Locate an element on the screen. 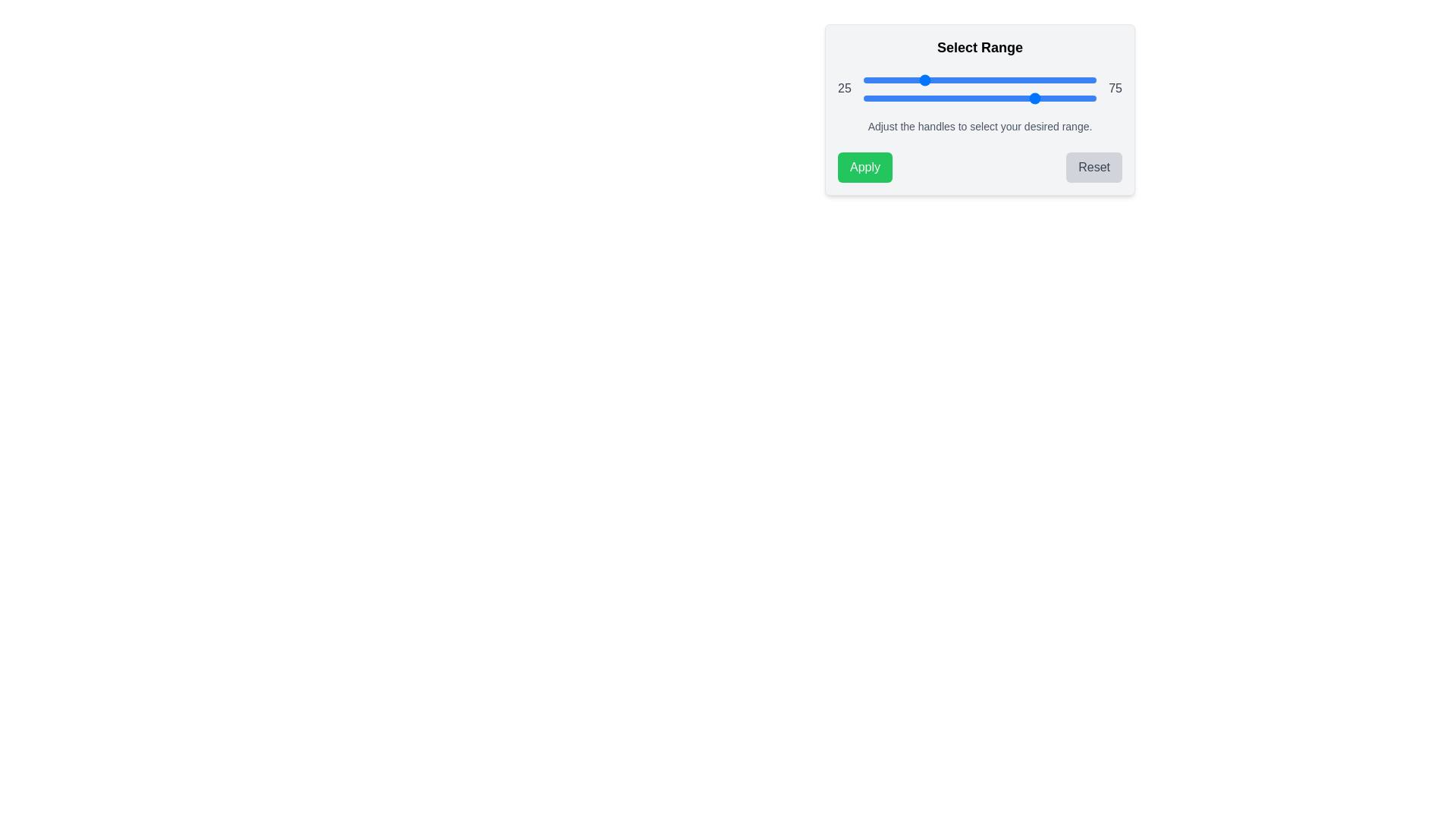 The image size is (1456, 819). the static text label that serves as a numerical indicator, located to the far left of its group, preceding two blue slider components and another text label showing '75' is located at coordinates (843, 88).